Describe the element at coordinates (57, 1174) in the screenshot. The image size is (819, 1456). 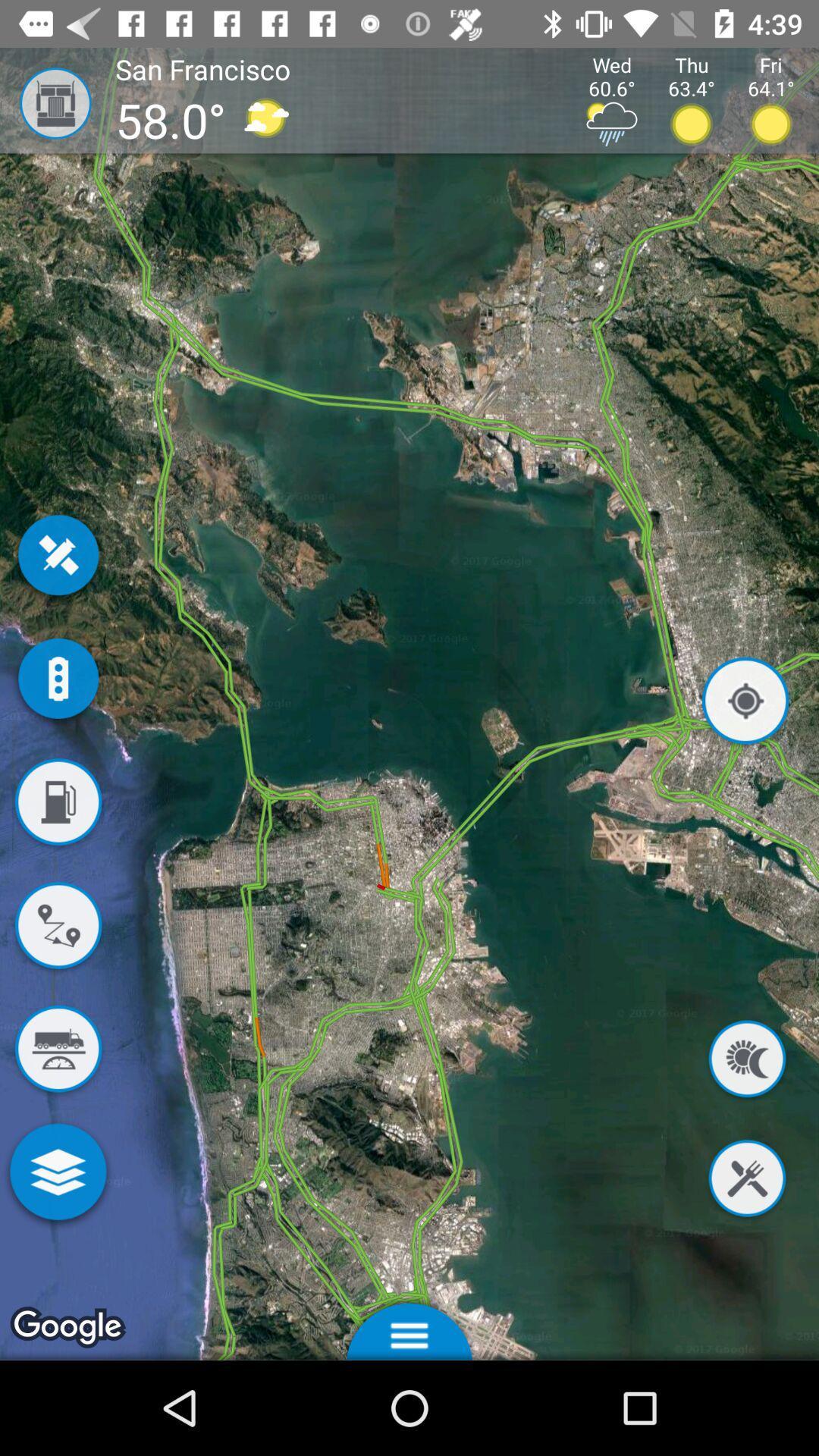
I see `more options` at that location.